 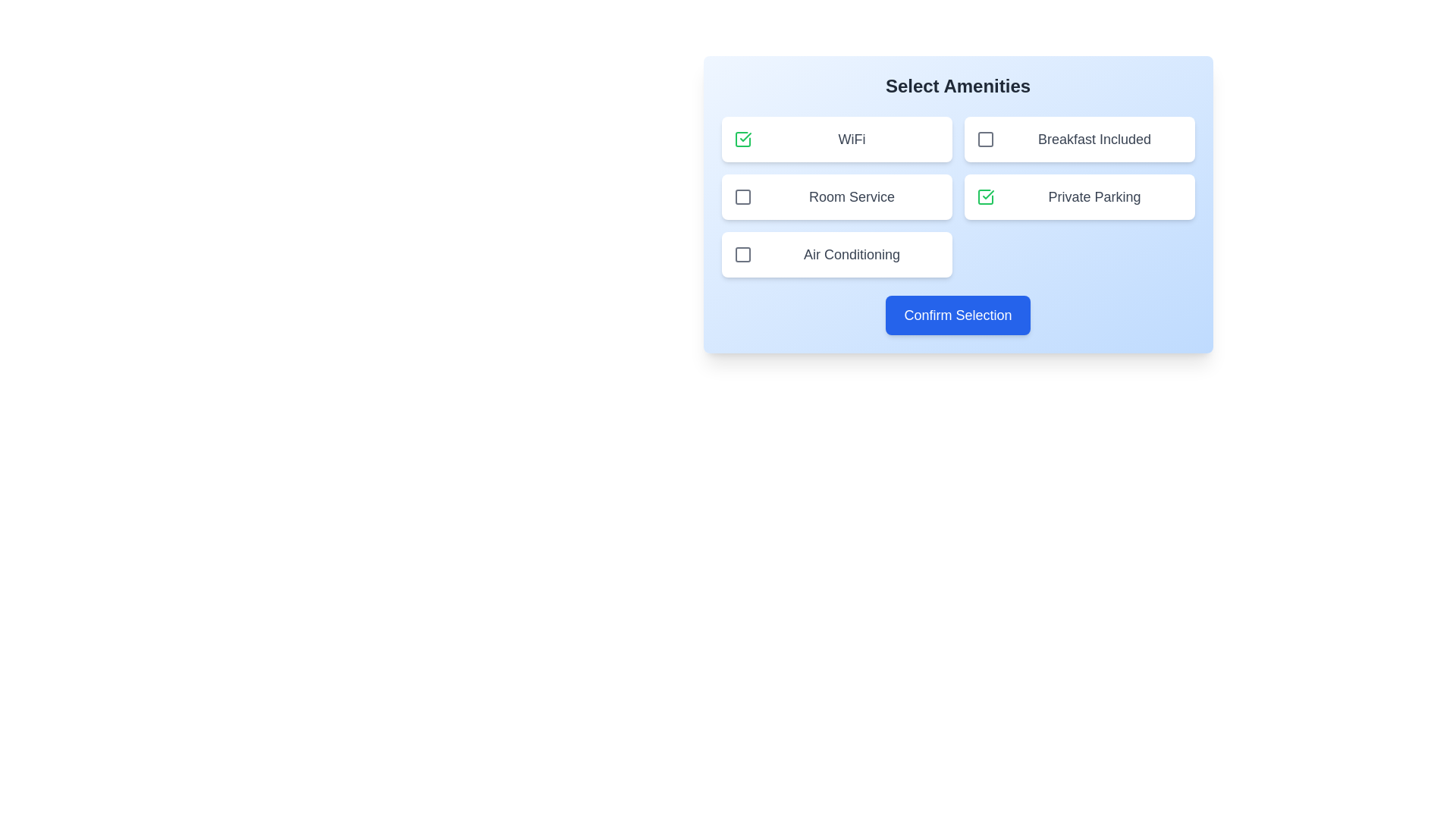 I want to click on the 'Room Service' text label, which is styled in a large gray font within a white rounded rectangular box, located in the lower left quadrant of the 'Select Amenities' interface, so click(x=852, y=196).